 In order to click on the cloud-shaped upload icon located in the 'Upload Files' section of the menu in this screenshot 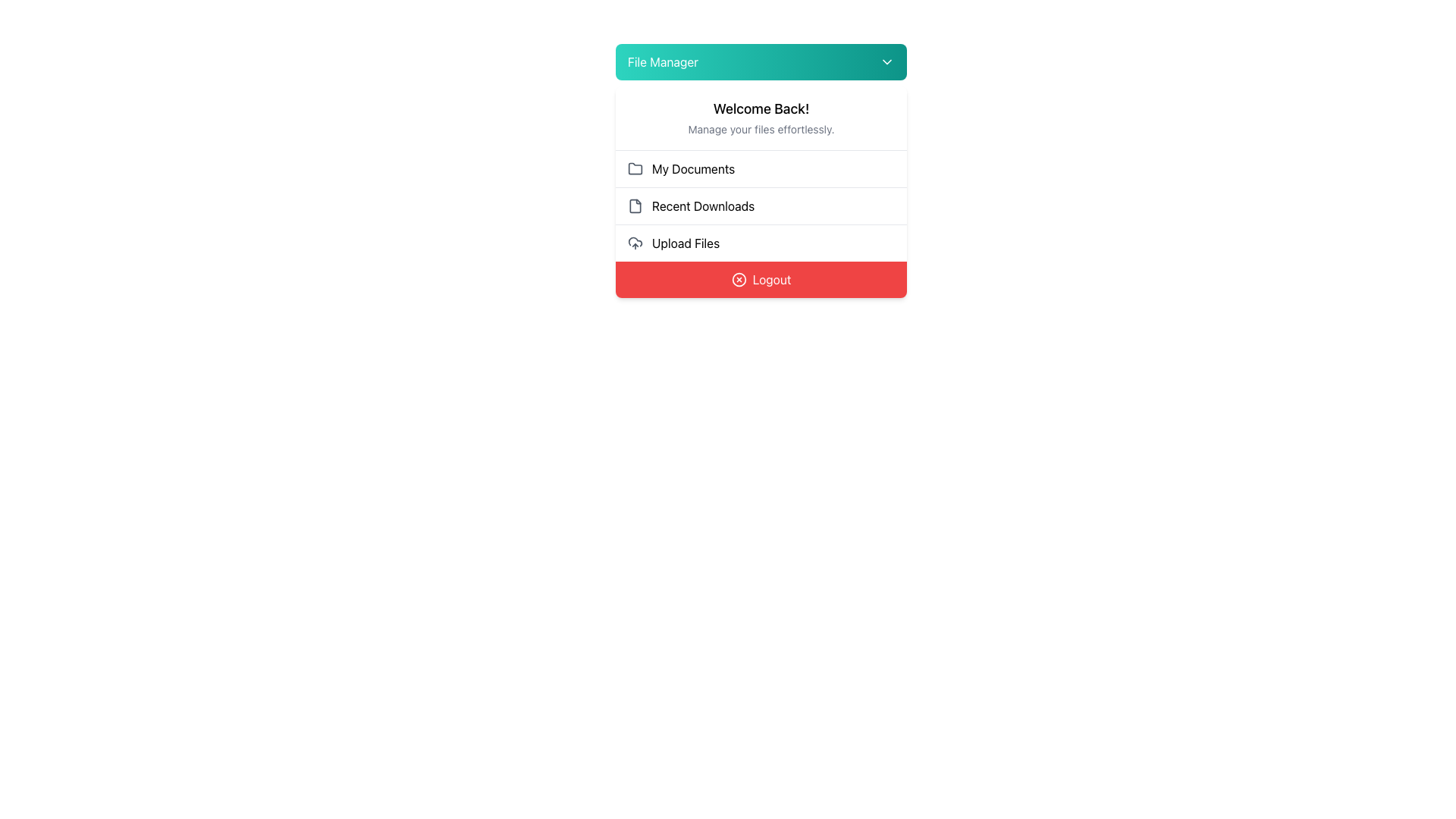, I will do `click(635, 241)`.